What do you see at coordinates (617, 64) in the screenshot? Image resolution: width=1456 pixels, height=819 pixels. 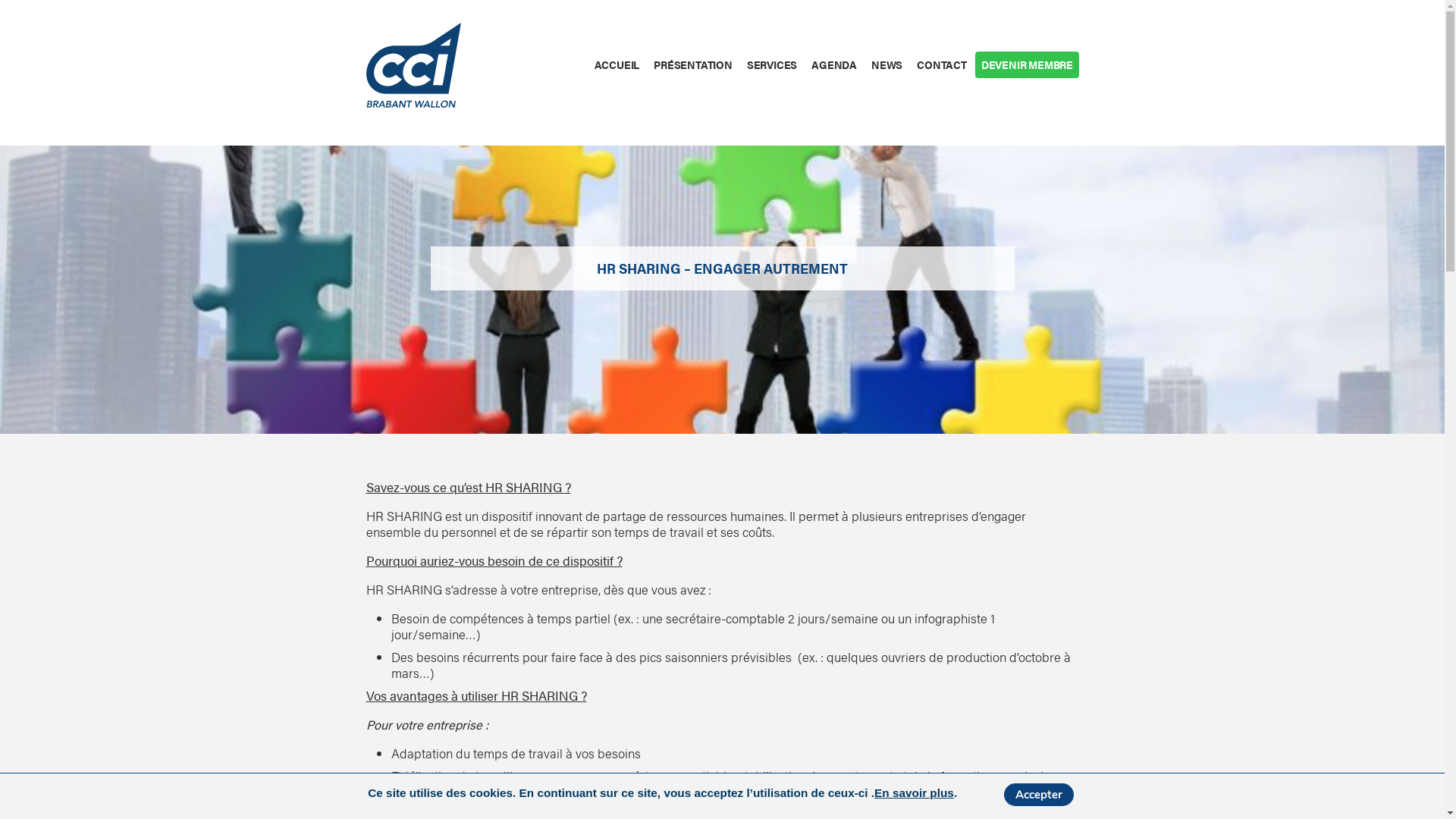 I see `'ACCUEIL'` at bounding box center [617, 64].